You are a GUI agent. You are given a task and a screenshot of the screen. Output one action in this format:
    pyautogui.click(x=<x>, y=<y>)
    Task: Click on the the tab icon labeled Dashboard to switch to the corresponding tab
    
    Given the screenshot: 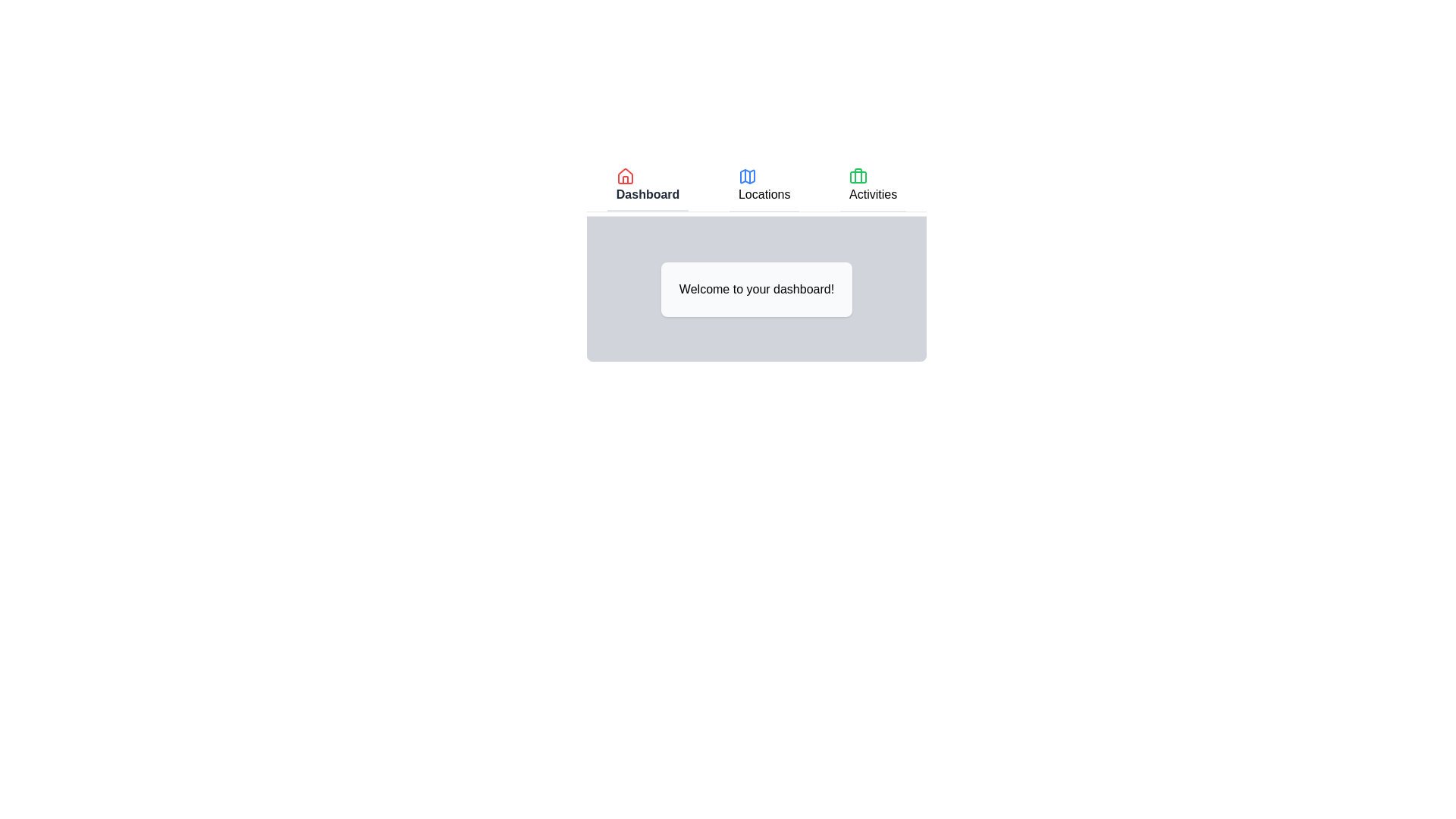 What is the action you would take?
    pyautogui.click(x=625, y=175)
    